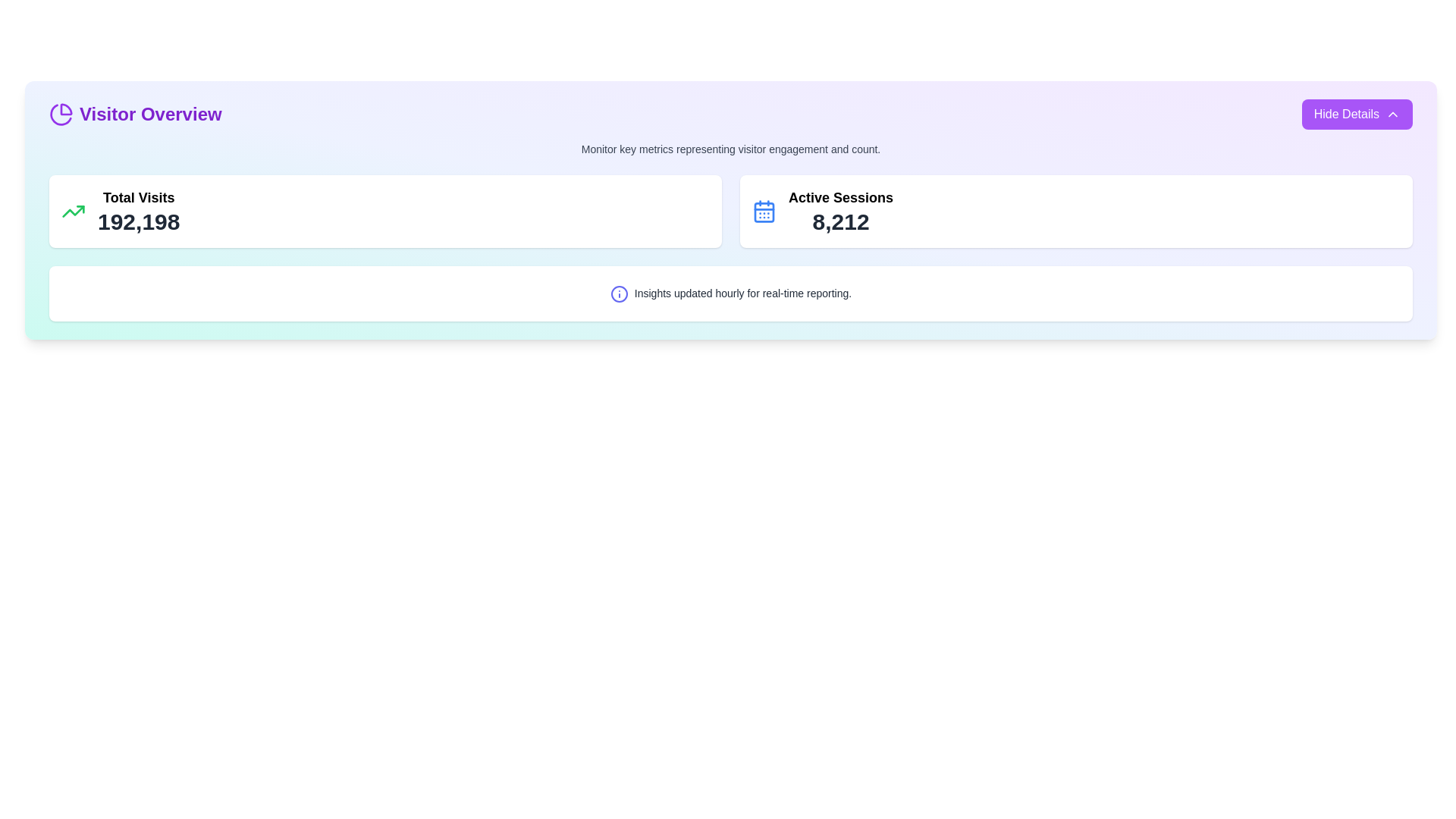 The width and height of the screenshot is (1456, 819). What do you see at coordinates (764, 211) in the screenshot?
I see `the 'Active Sessions' data represented by the calendar icon located at the top-right section of the interface, beside the label 'Active Sessions' and above the number '8,212'` at bounding box center [764, 211].